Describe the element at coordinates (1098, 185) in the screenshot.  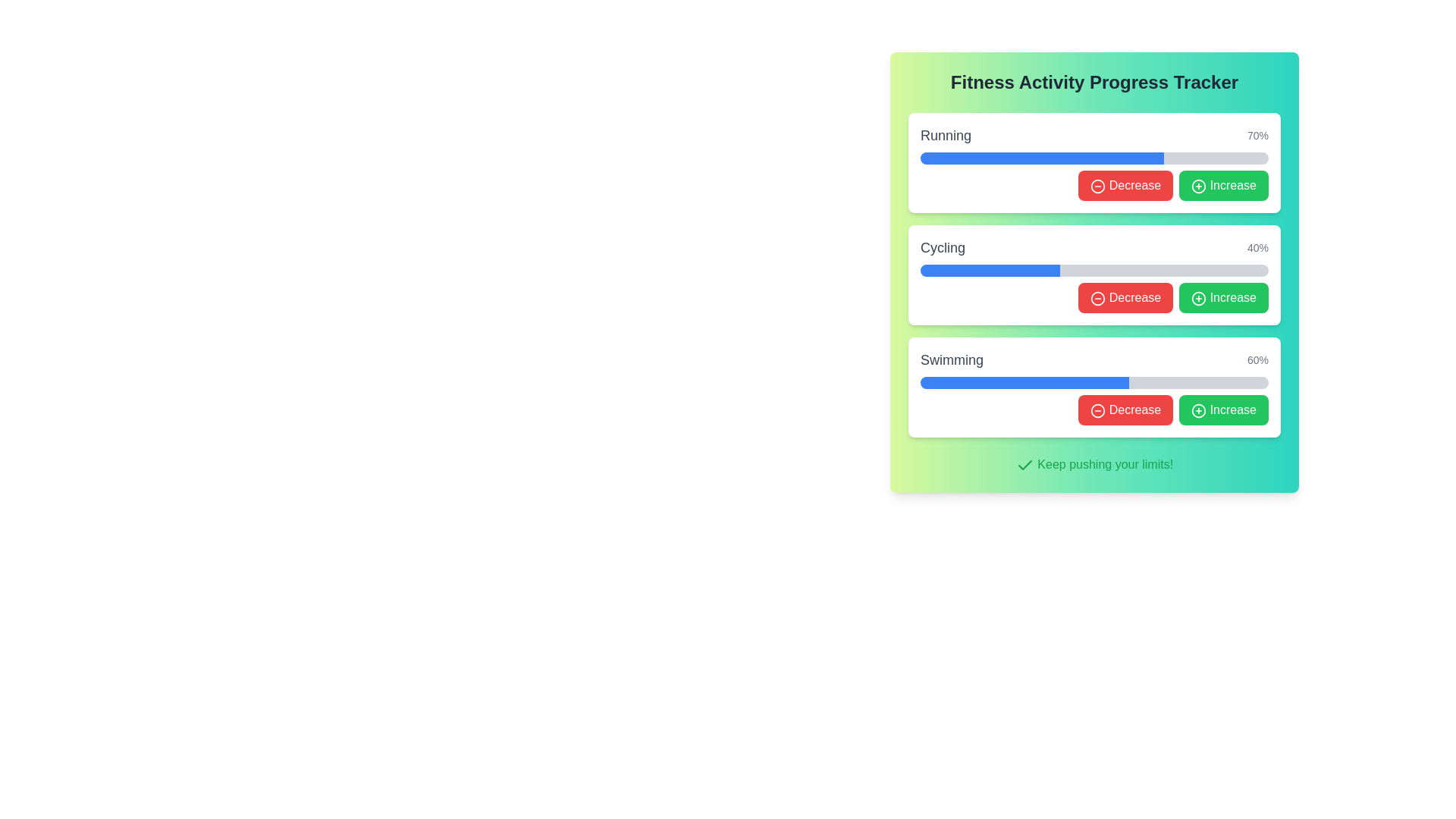
I see `the 'Decrease' button which is represented by an SVG circle element indicating decrease functionality, located near the top of the grouped activity tracker interface` at that location.